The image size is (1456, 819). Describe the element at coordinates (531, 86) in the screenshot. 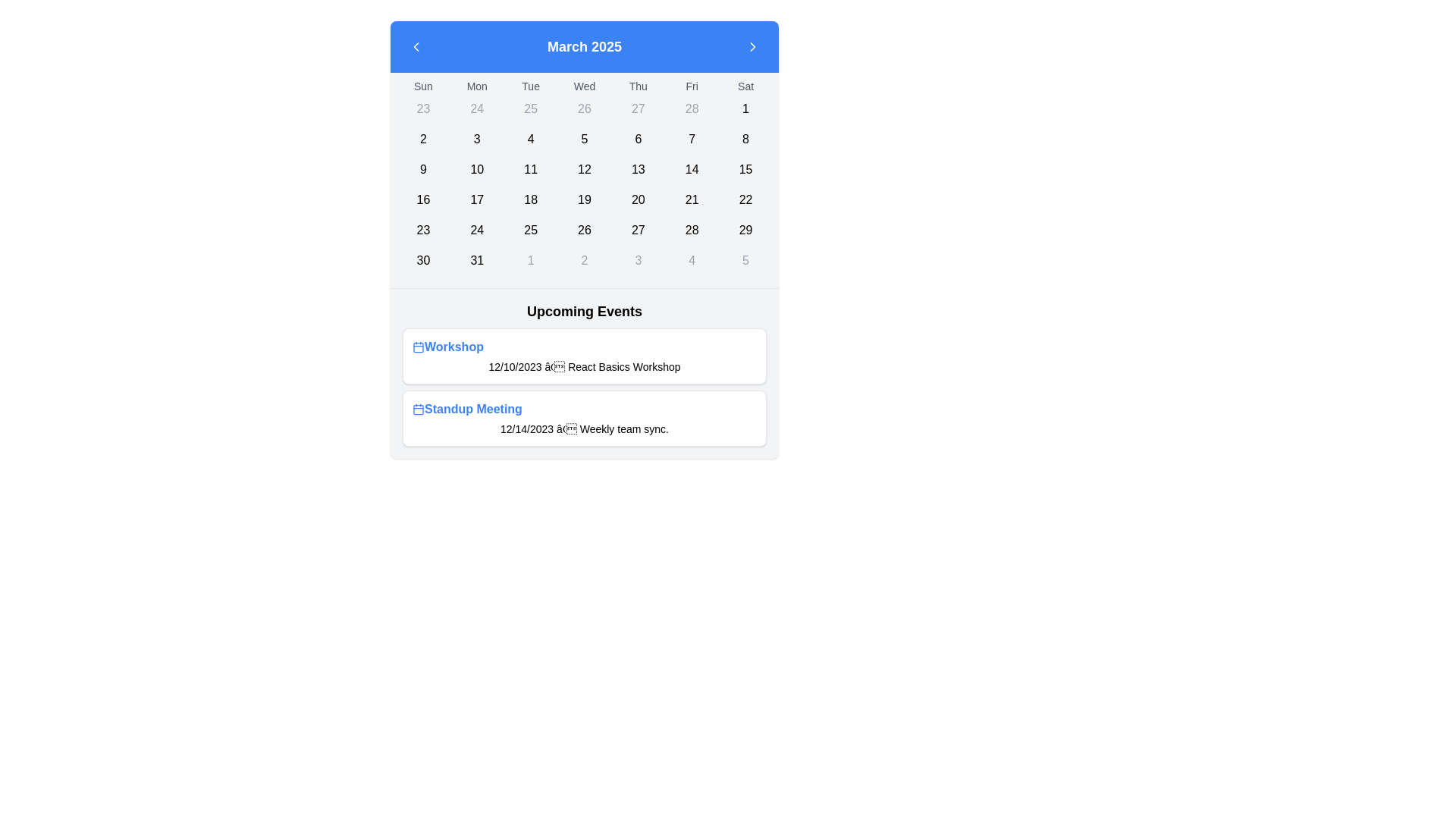

I see `the Text Label that indicates Tuesday in the calendar grid, located between 'Mon' and 'Wed'` at that location.